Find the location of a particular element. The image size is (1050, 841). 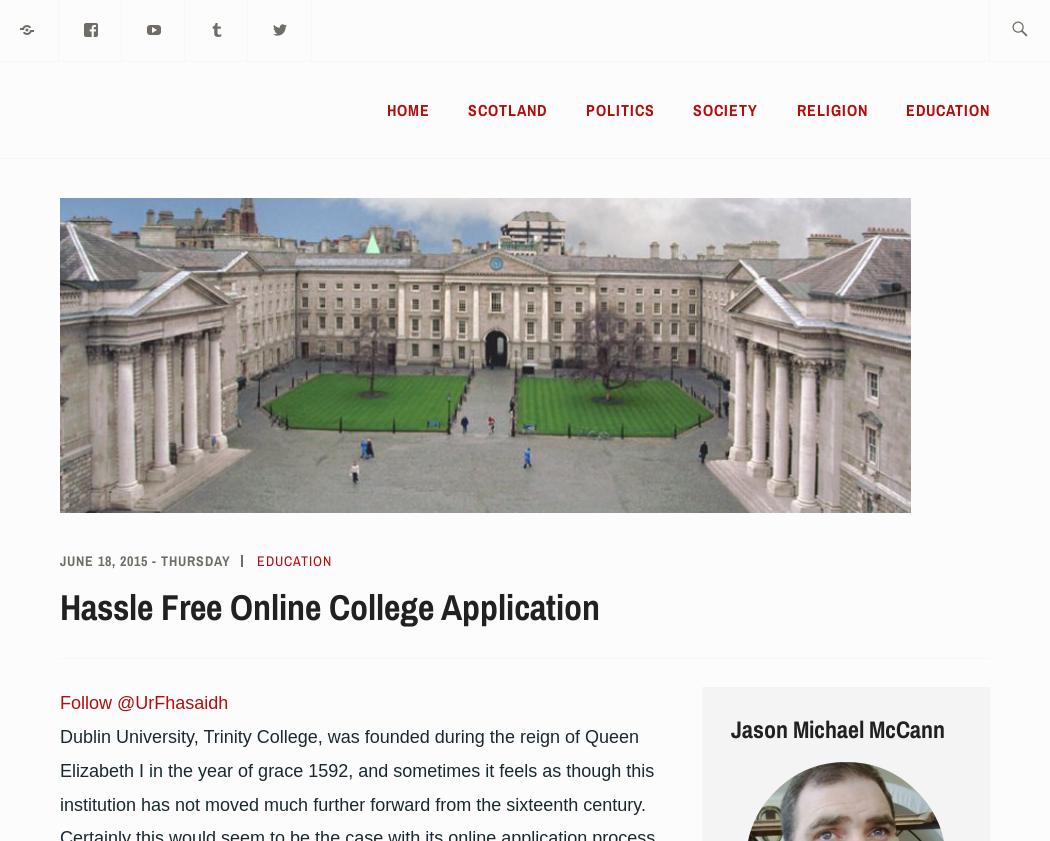

'Religion' is located at coordinates (831, 109).